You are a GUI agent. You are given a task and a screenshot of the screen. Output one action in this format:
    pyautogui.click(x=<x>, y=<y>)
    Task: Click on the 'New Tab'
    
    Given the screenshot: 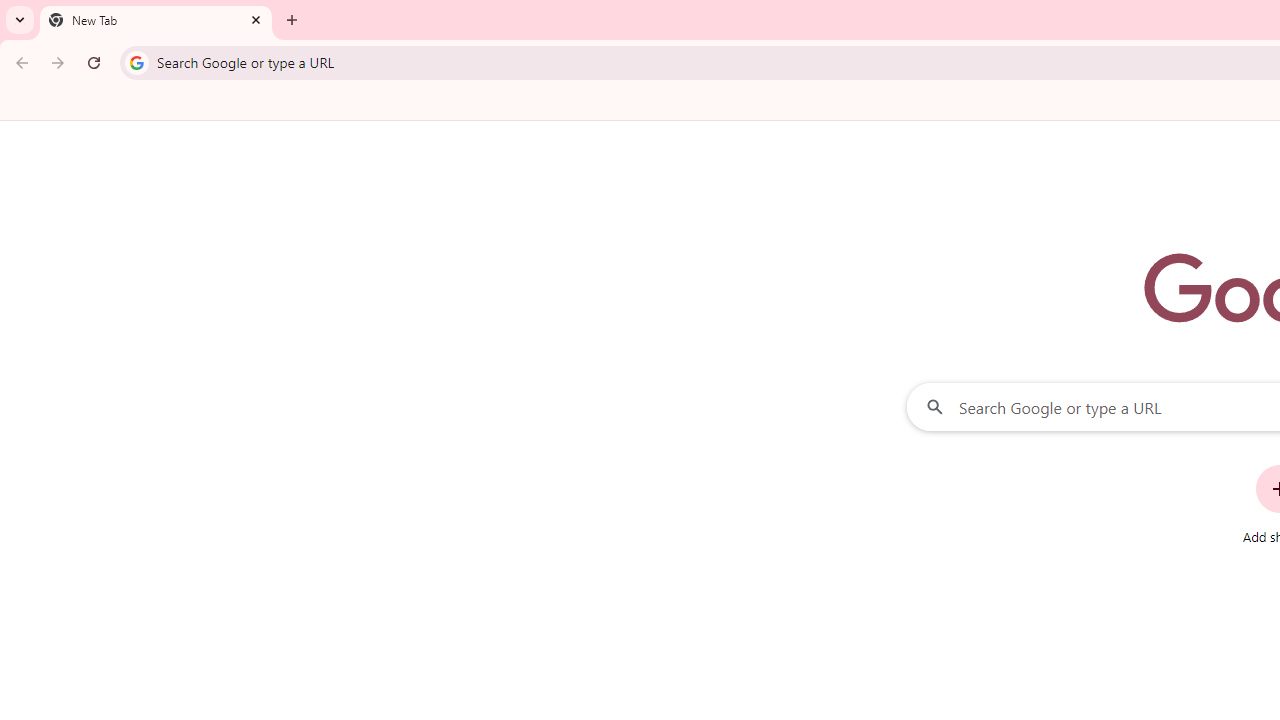 What is the action you would take?
    pyautogui.click(x=155, y=20)
    